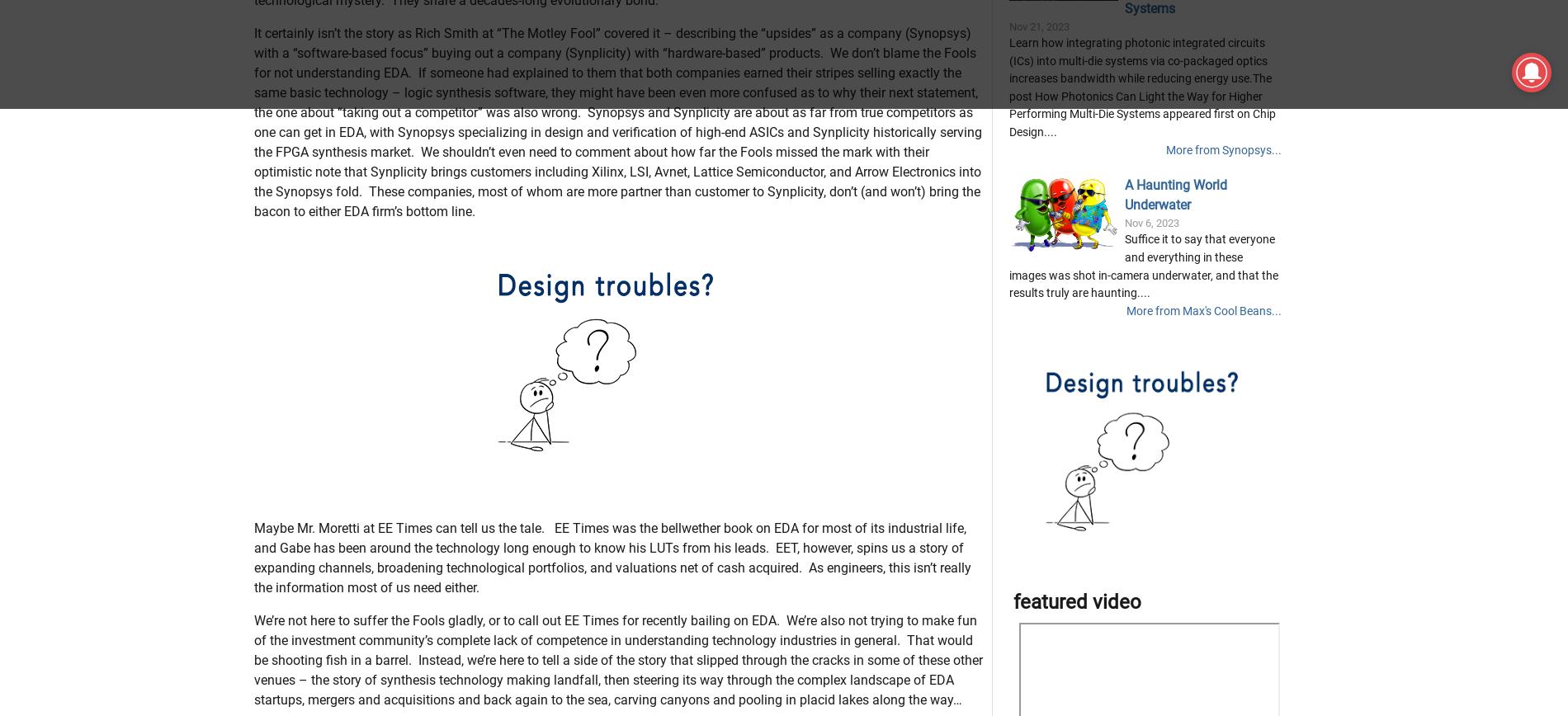 The image size is (1568, 716). I want to click on 'A Haunting World Underwater', so click(1174, 277).